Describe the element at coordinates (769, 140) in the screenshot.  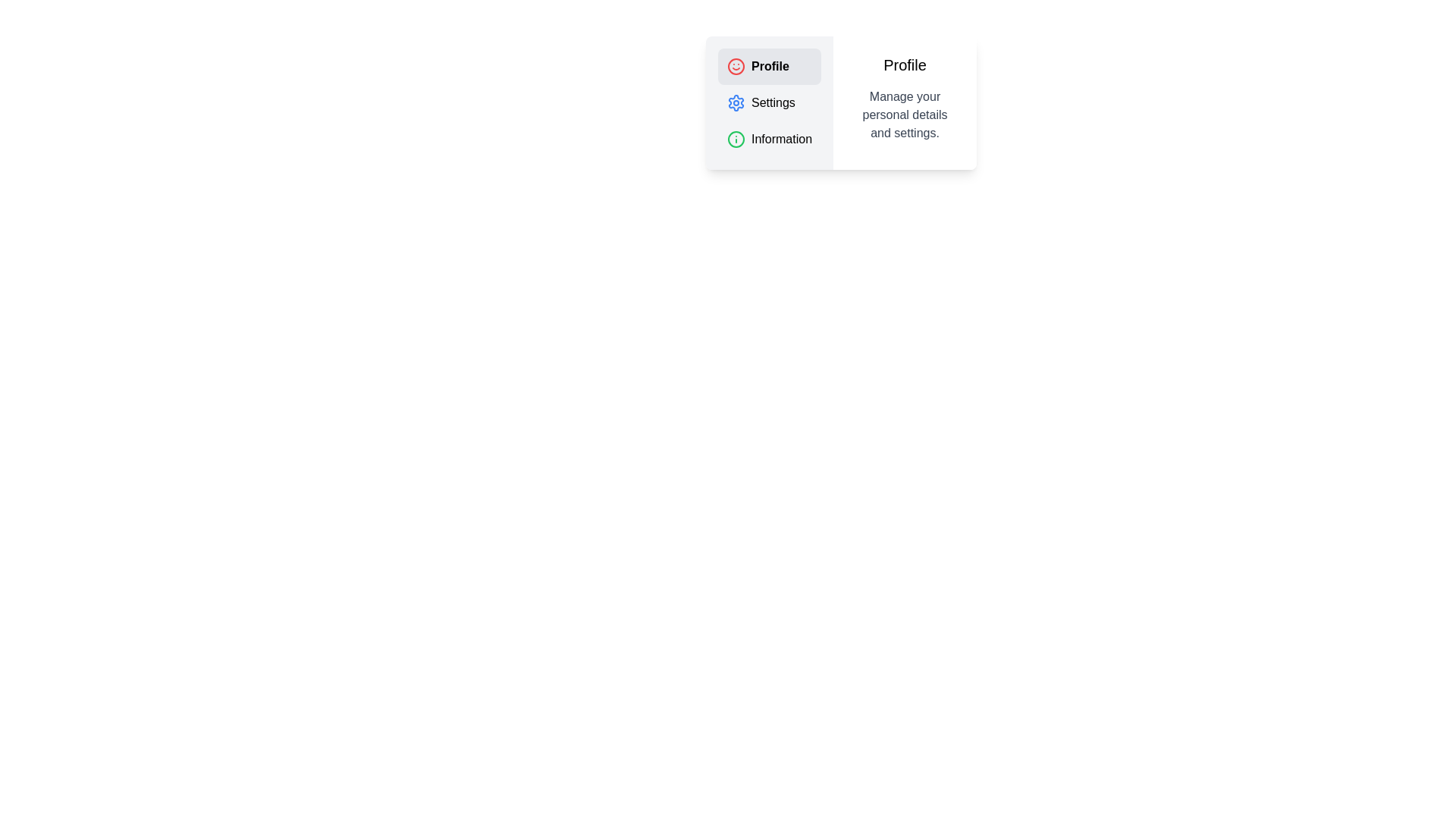
I see `the tab labeled 'Information' to view its content` at that location.